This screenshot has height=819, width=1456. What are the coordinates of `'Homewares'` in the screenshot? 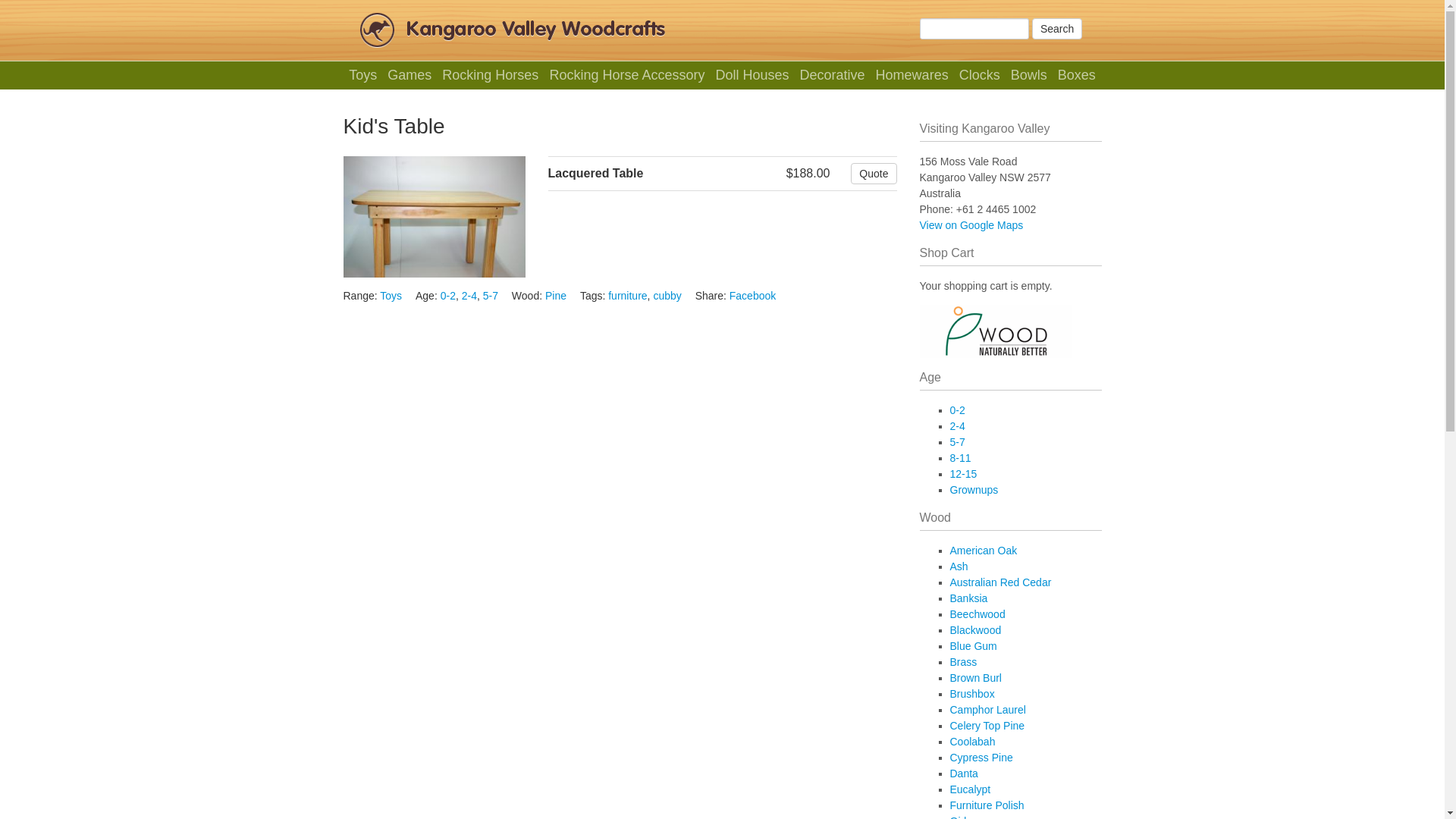 It's located at (872, 75).